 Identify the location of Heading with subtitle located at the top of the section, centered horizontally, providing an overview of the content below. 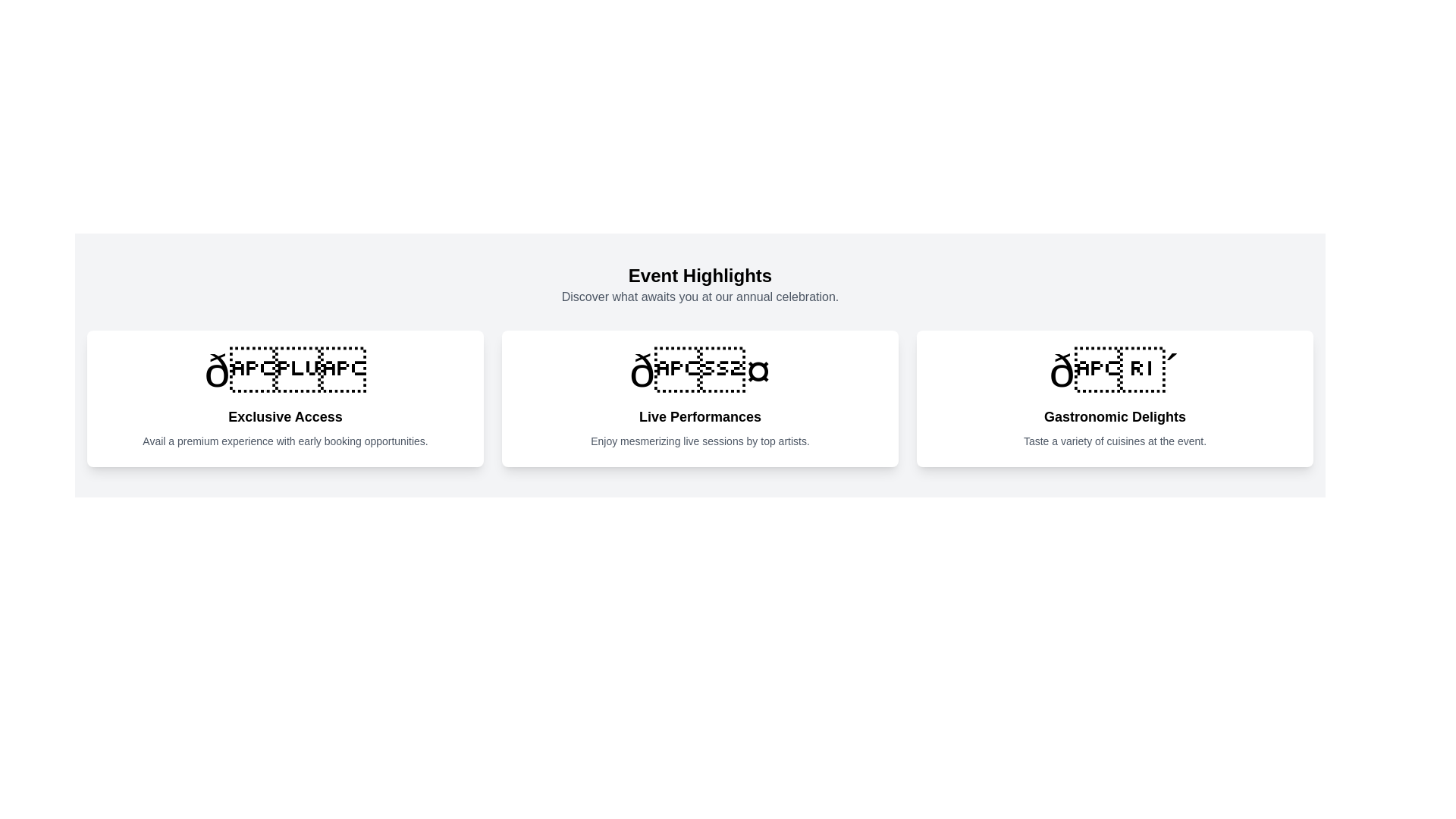
(699, 284).